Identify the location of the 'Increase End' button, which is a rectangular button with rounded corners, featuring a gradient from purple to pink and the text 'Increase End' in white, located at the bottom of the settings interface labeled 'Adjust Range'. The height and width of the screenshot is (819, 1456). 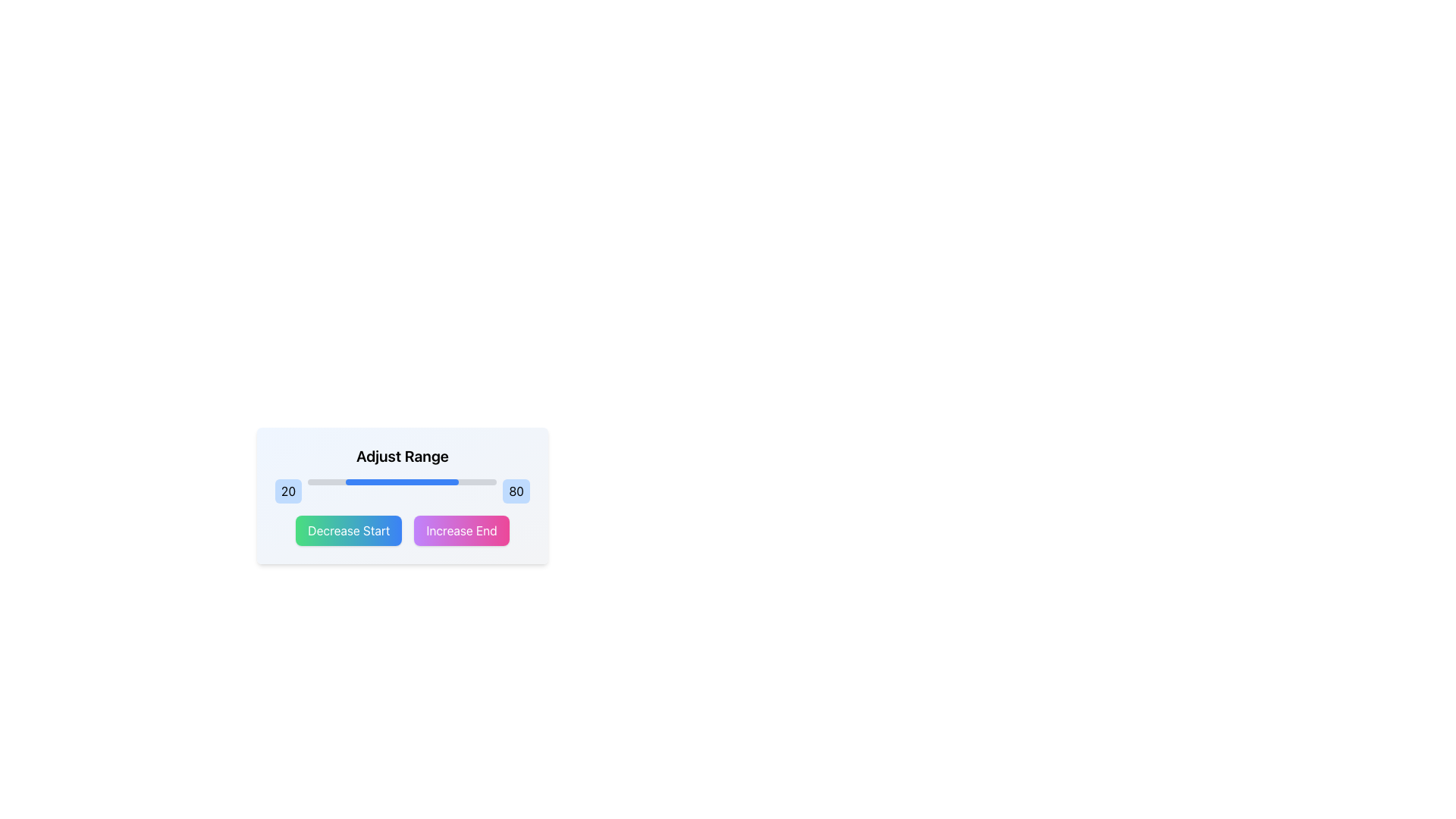
(461, 529).